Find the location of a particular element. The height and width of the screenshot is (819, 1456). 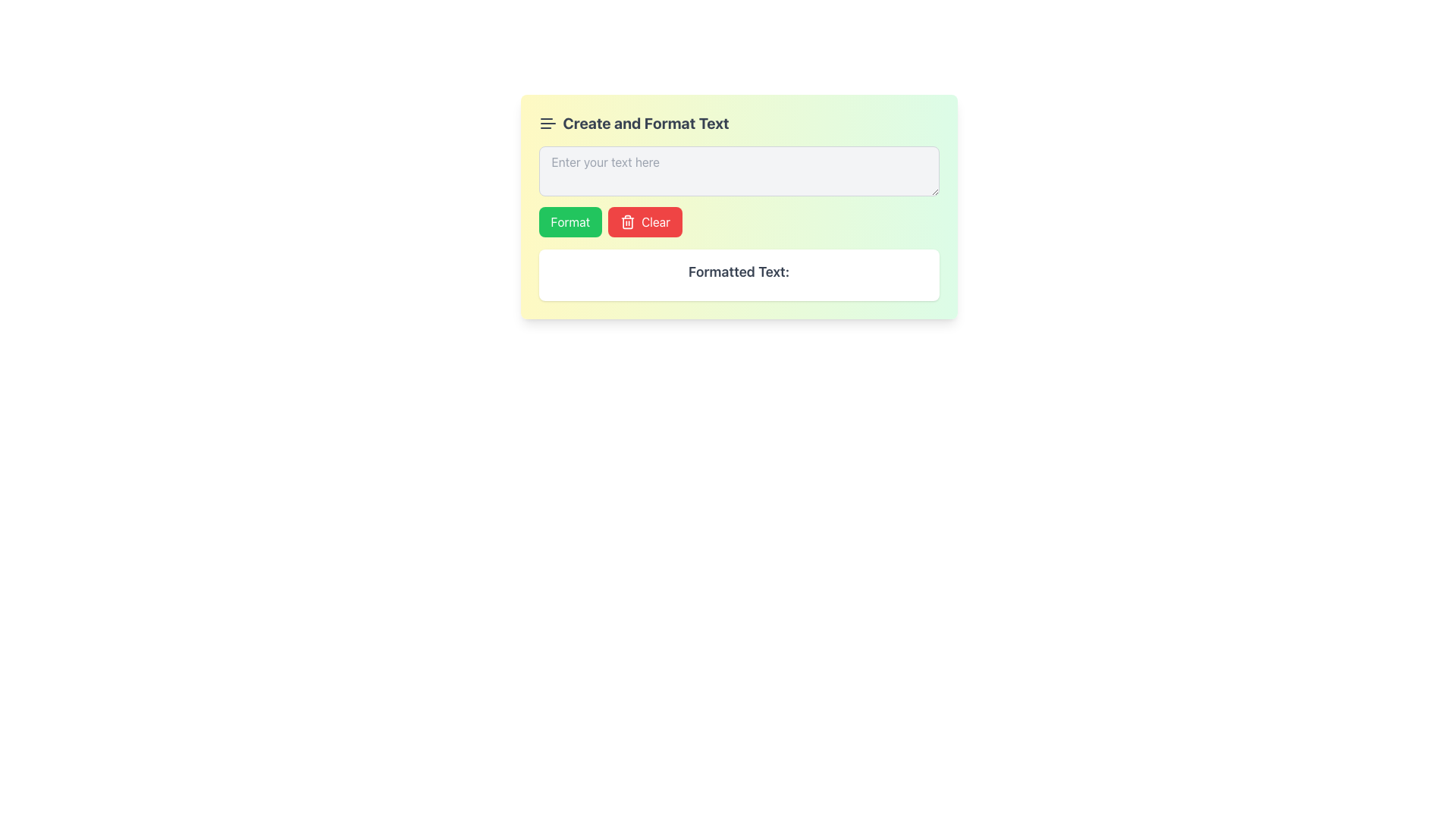

the red trash can icon located within the 'Clear' button, which is positioned to the right of the 'Format' button in the bottom section of the interface panel is located at coordinates (628, 222).